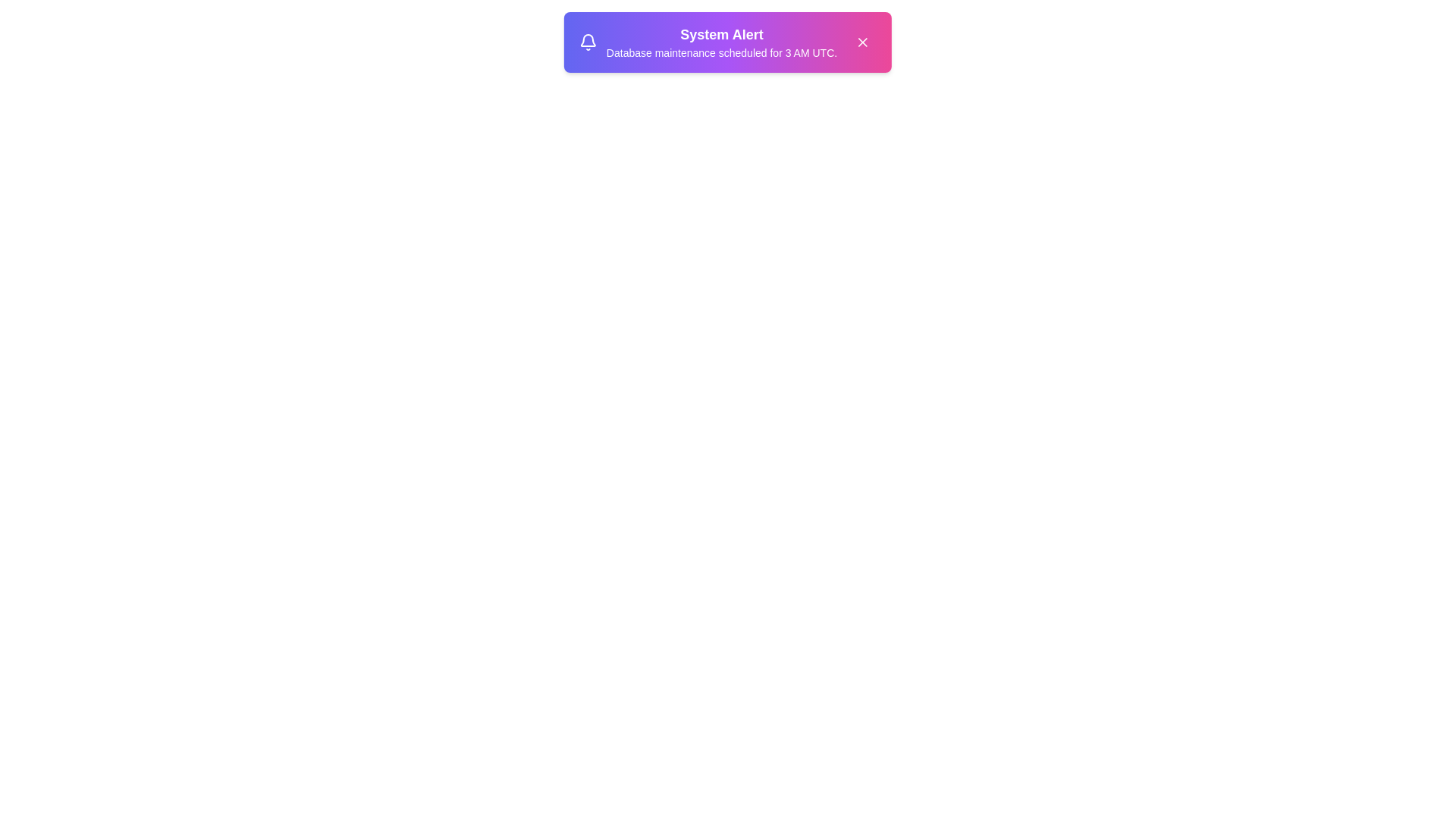  I want to click on the notification bell icon, so click(587, 42).